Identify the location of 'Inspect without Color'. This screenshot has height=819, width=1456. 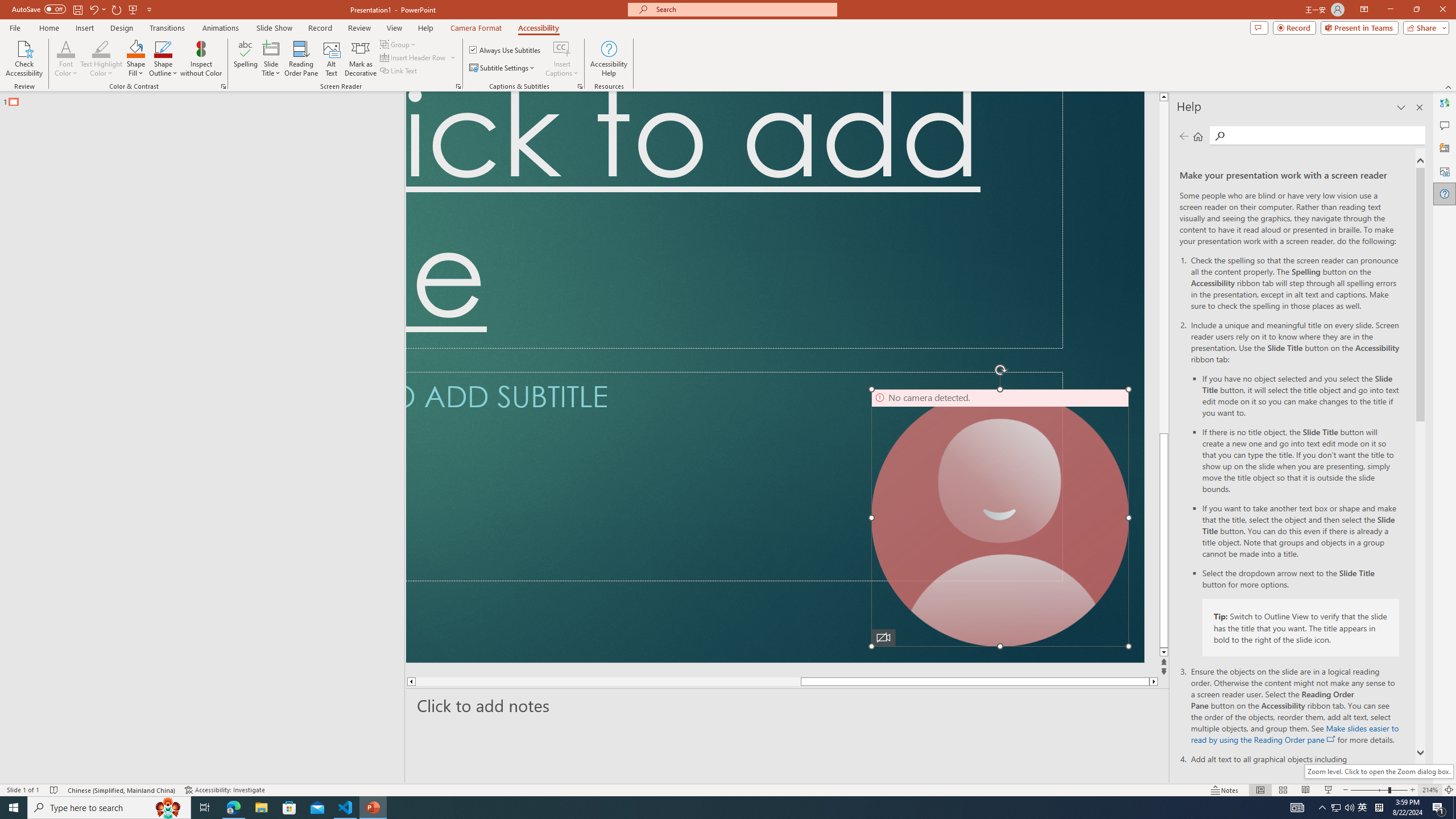
(201, 59).